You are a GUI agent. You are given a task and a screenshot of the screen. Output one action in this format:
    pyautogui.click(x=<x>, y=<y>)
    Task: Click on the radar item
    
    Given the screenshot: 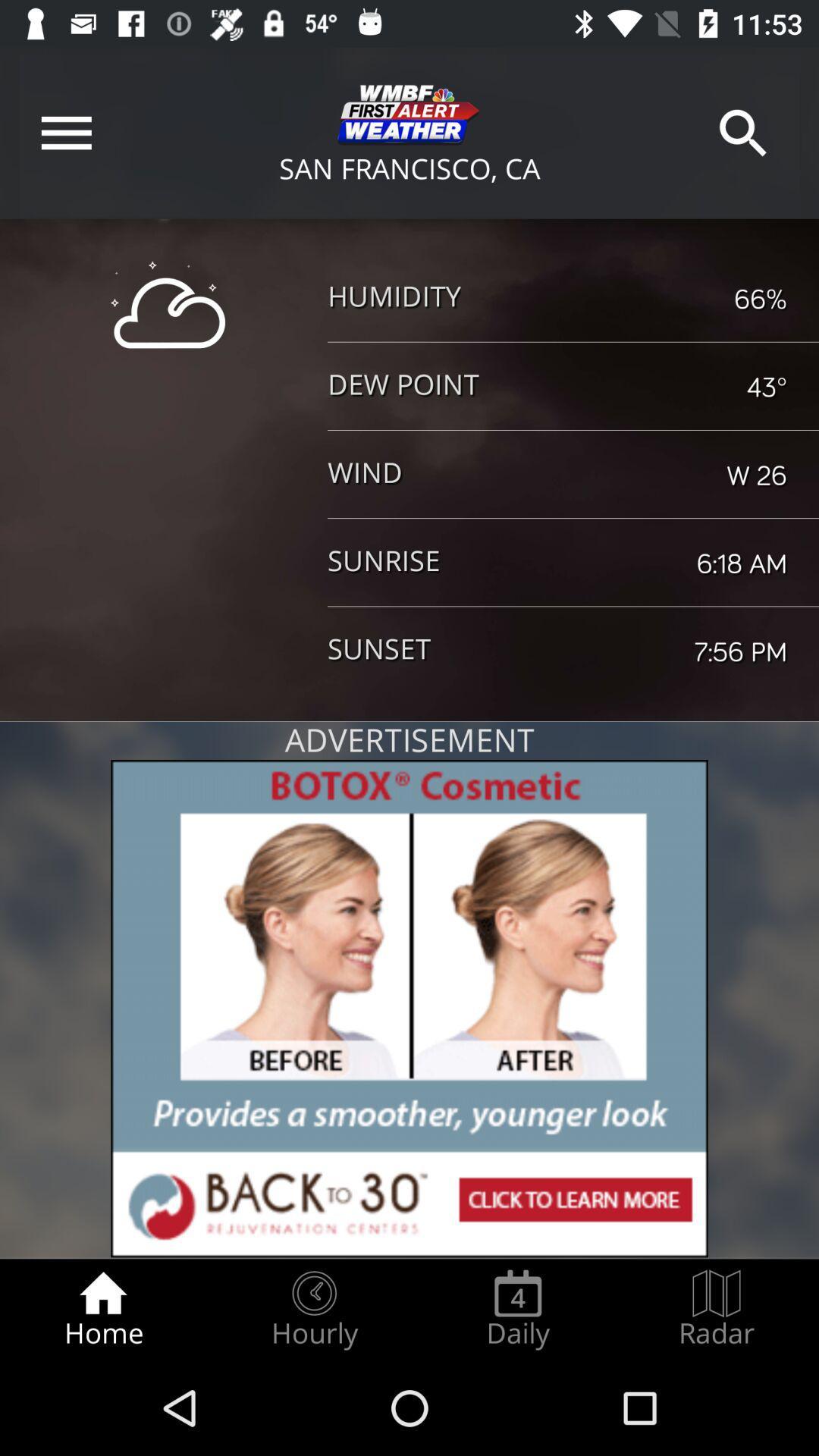 What is the action you would take?
    pyautogui.click(x=717, y=1309)
    